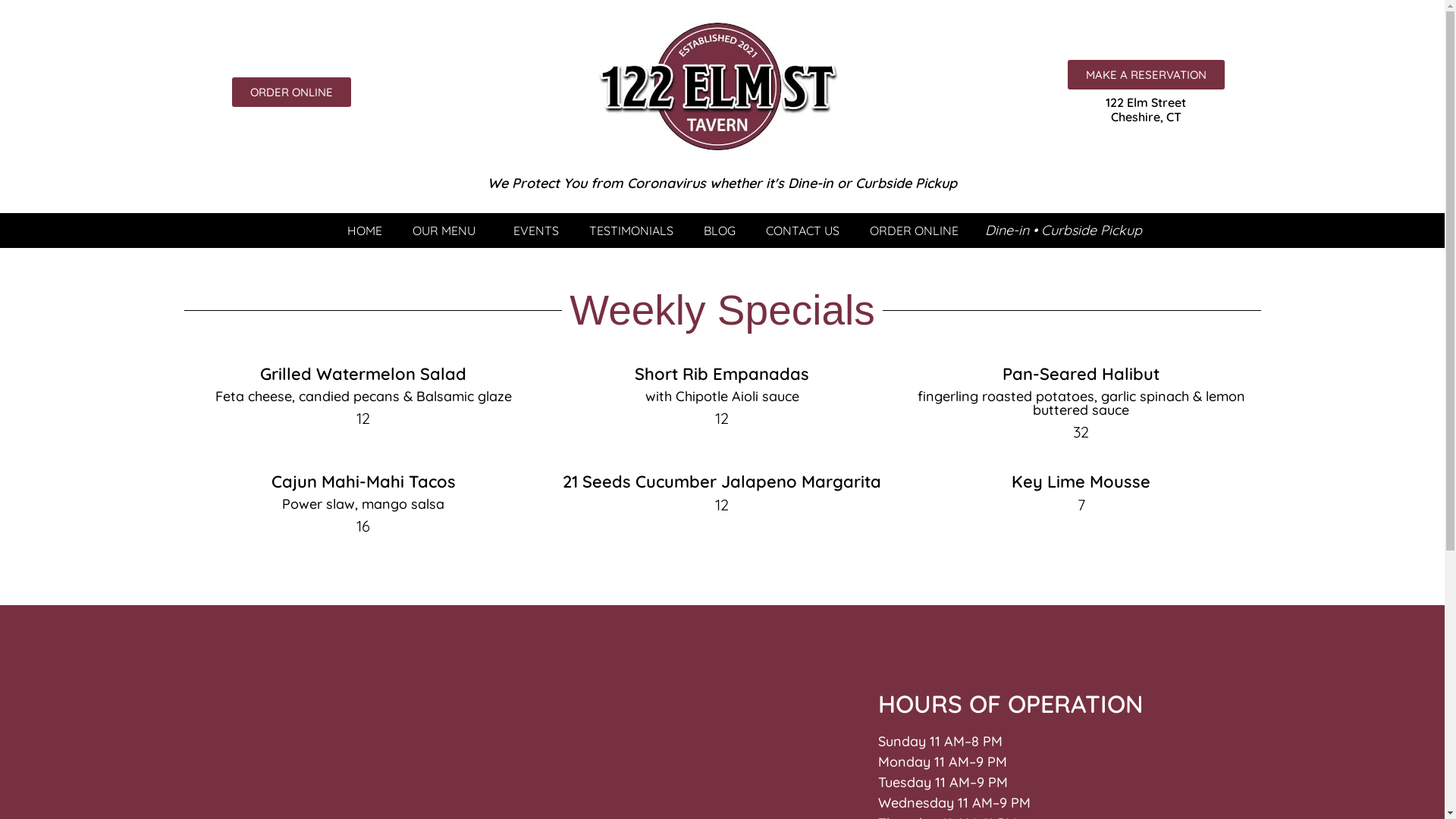 This screenshot has width=1456, height=819. Describe the element at coordinates (364, 231) in the screenshot. I see `'HOME'` at that location.